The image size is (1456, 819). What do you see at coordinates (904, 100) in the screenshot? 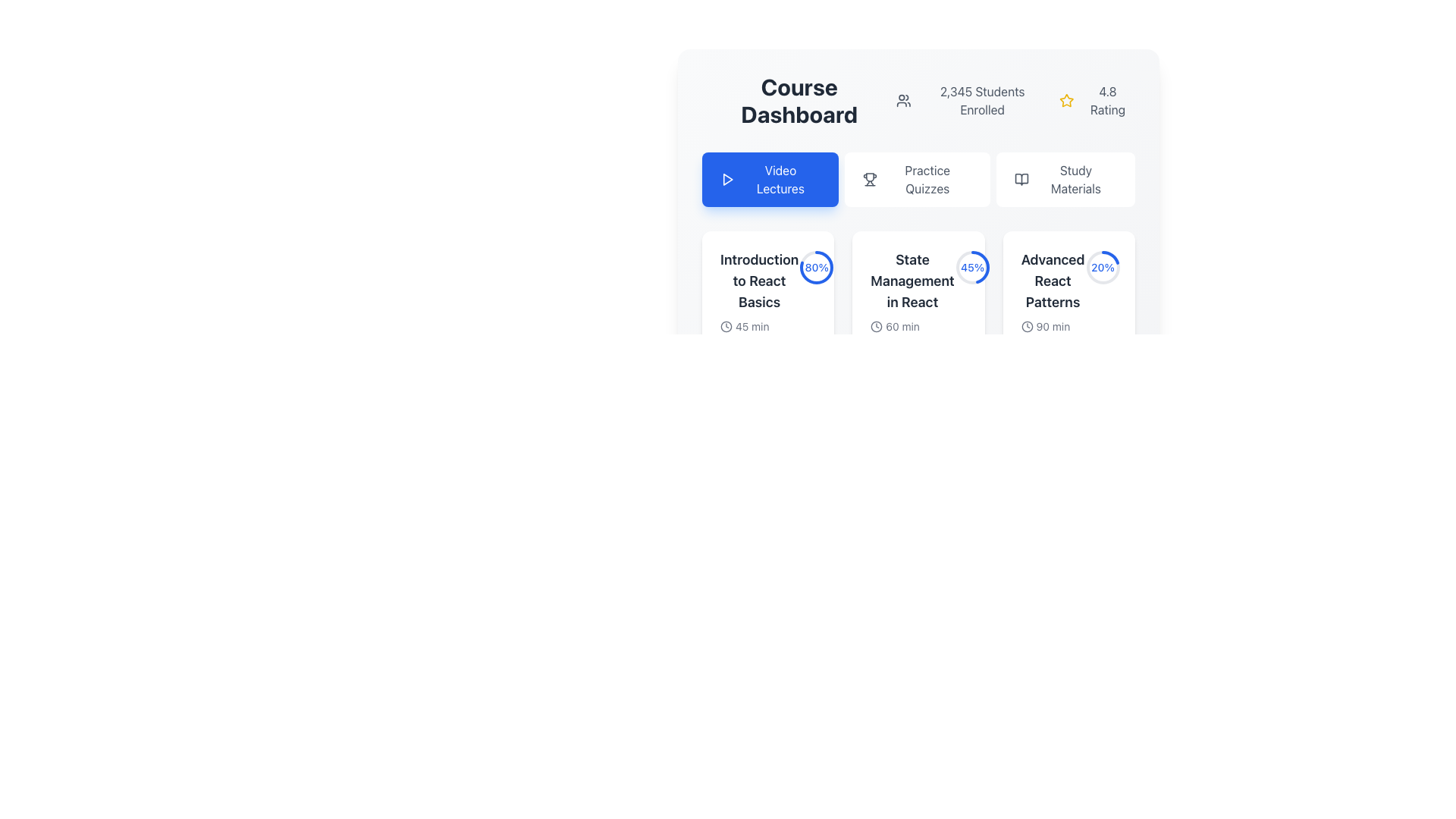
I see `the icon representing two abstract human profiles, located to the left of the text '2,345 Students Enrolled' in the top-right section of the interface` at bounding box center [904, 100].